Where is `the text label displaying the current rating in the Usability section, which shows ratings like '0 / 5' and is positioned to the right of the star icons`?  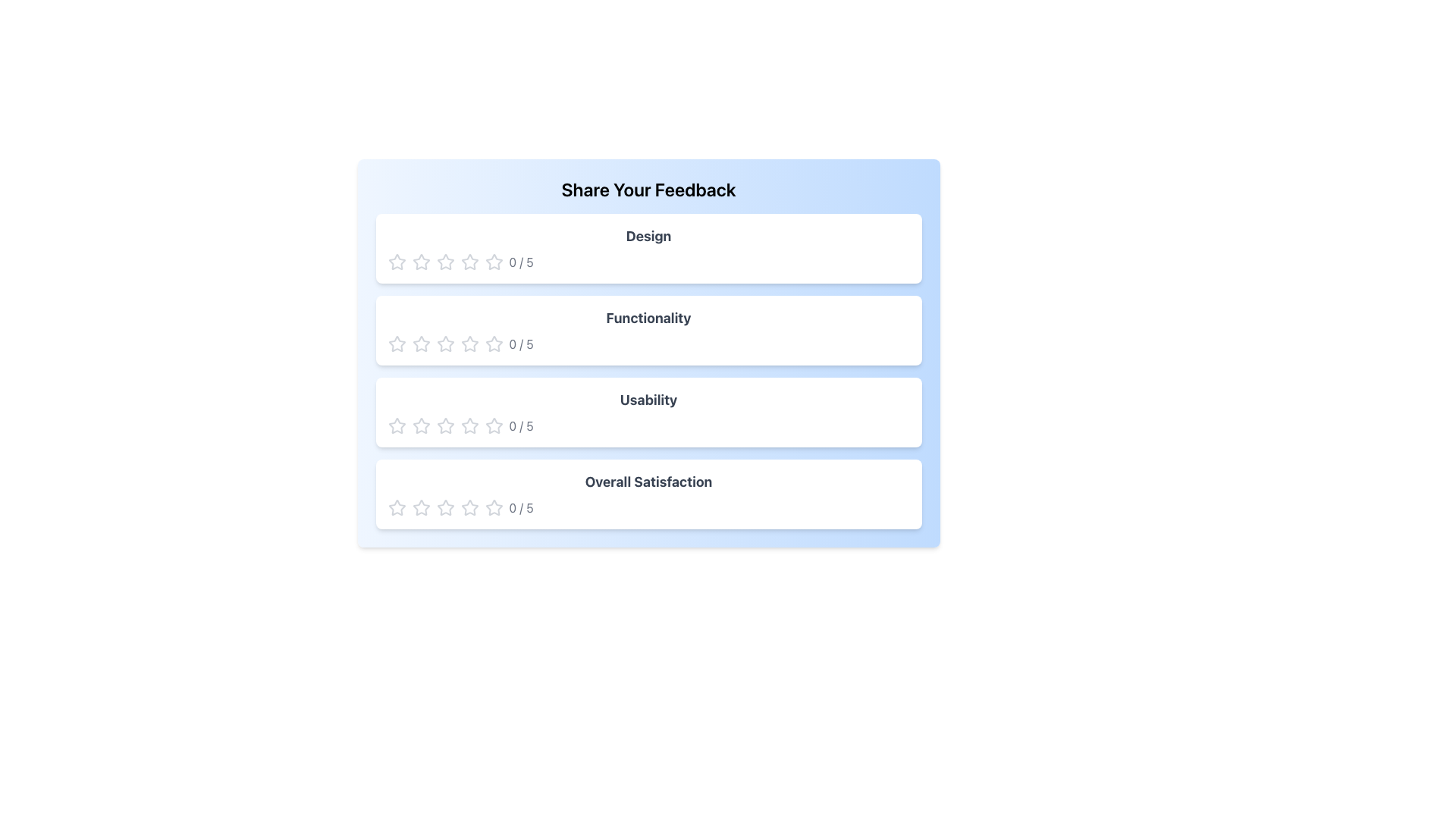 the text label displaying the current rating in the Usability section, which shows ratings like '0 / 5' and is positioned to the right of the star icons is located at coordinates (521, 426).